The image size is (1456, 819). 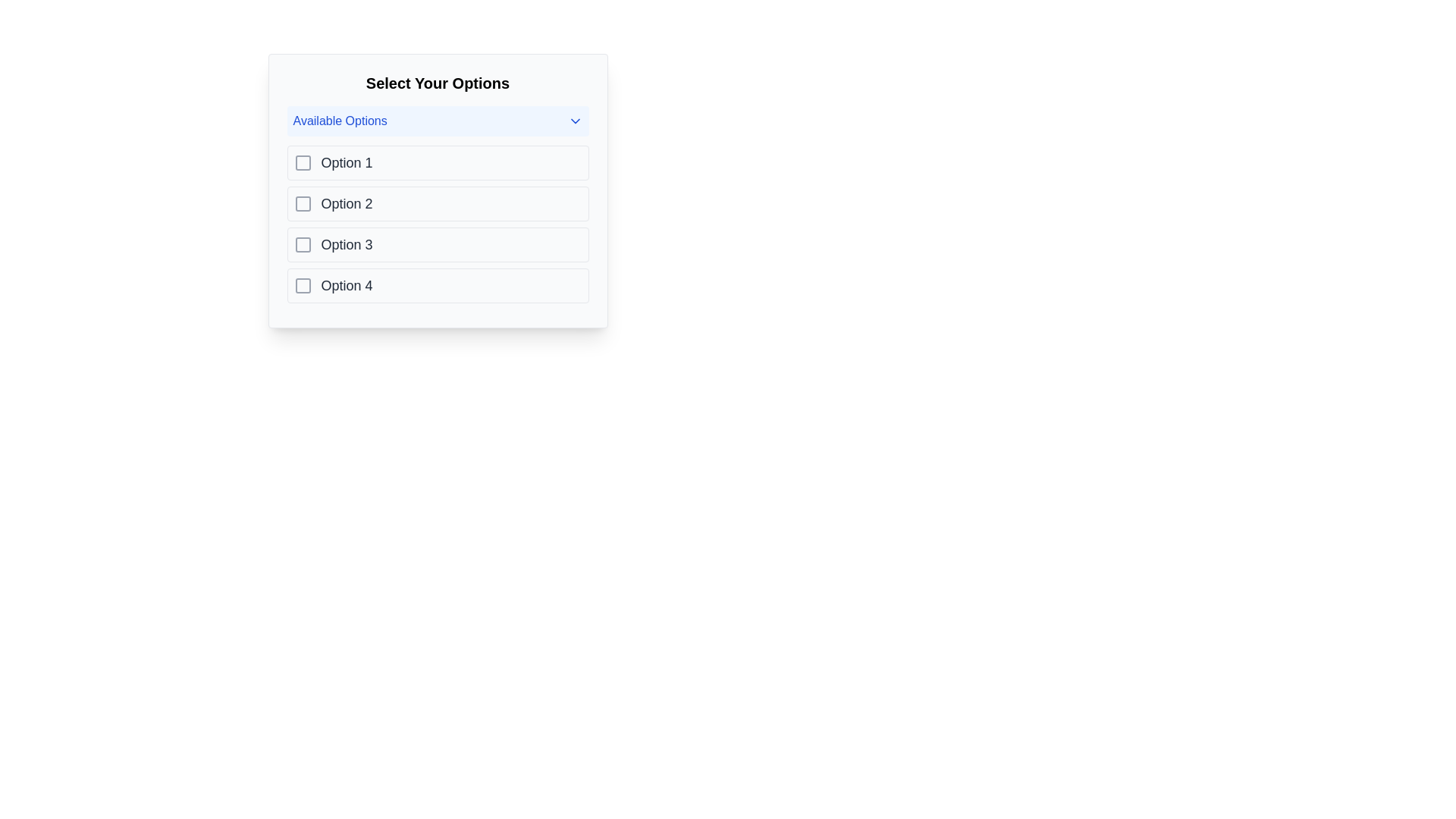 What do you see at coordinates (346, 244) in the screenshot?
I see `the text label that serves as a descriptive title for the associated checkbox located in the third row of options, positioned to the right of the checkbox icon` at bounding box center [346, 244].